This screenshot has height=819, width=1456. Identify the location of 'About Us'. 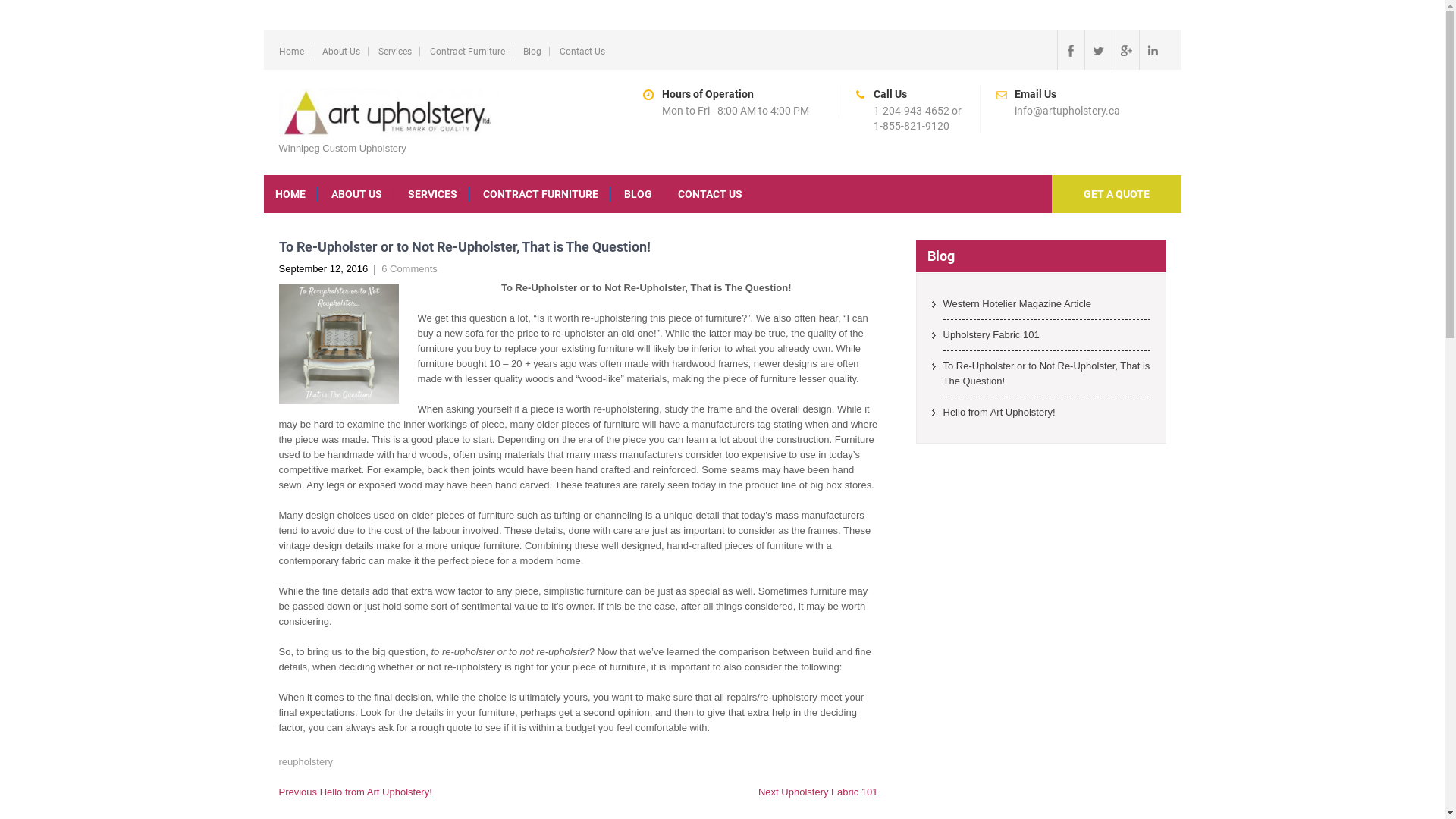
(340, 51).